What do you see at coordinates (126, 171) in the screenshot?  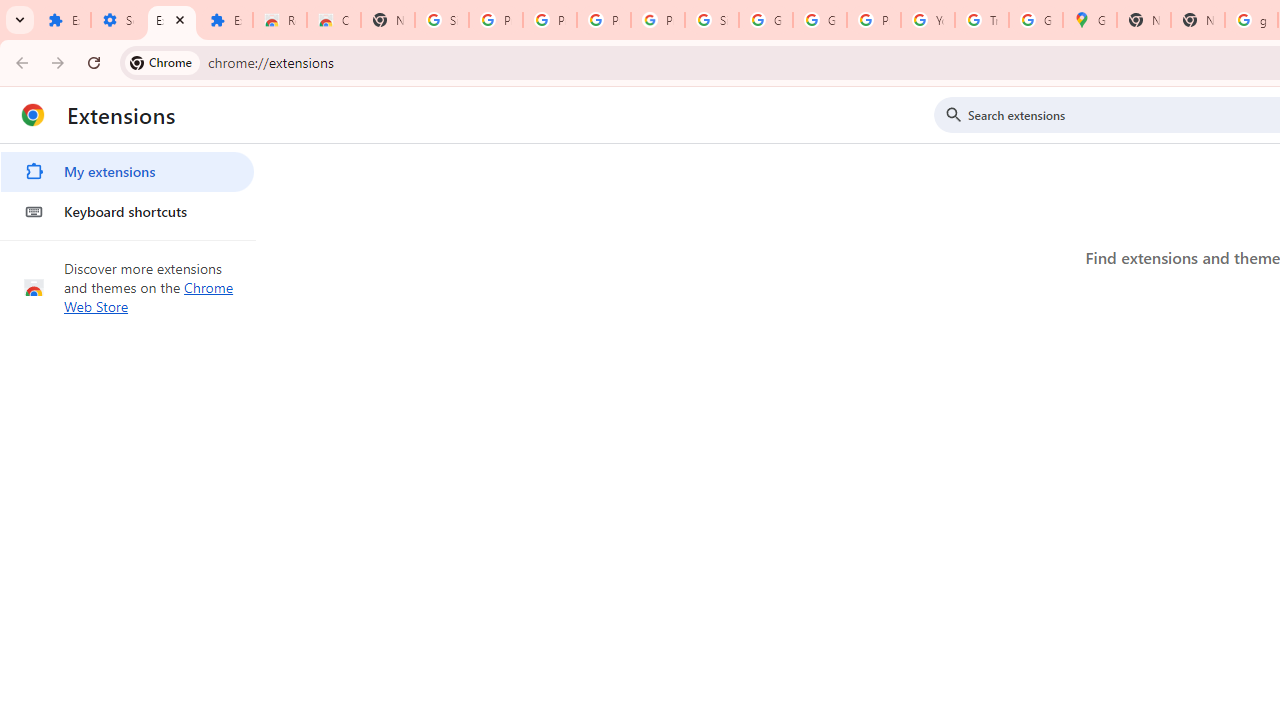 I see `'My extensions'` at bounding box center [126, 171].